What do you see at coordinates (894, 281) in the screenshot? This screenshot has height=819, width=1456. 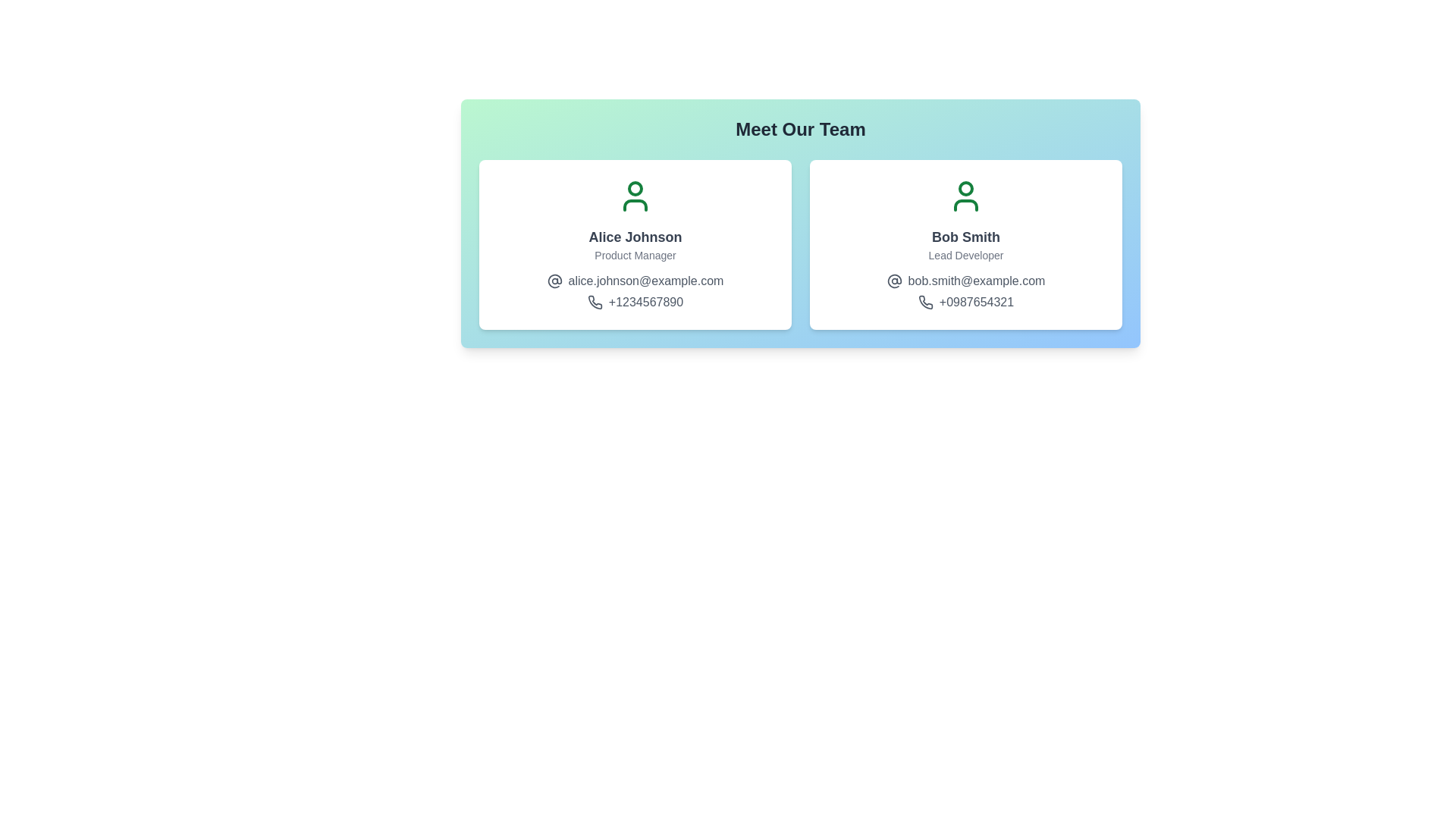 I see `the email address icon located within the right card titled 'Bob Smith', which visually represents an email address marker, positioned slightly to the left of the email text 'bob.smith@example.com'` at bounding box center [894, 281].